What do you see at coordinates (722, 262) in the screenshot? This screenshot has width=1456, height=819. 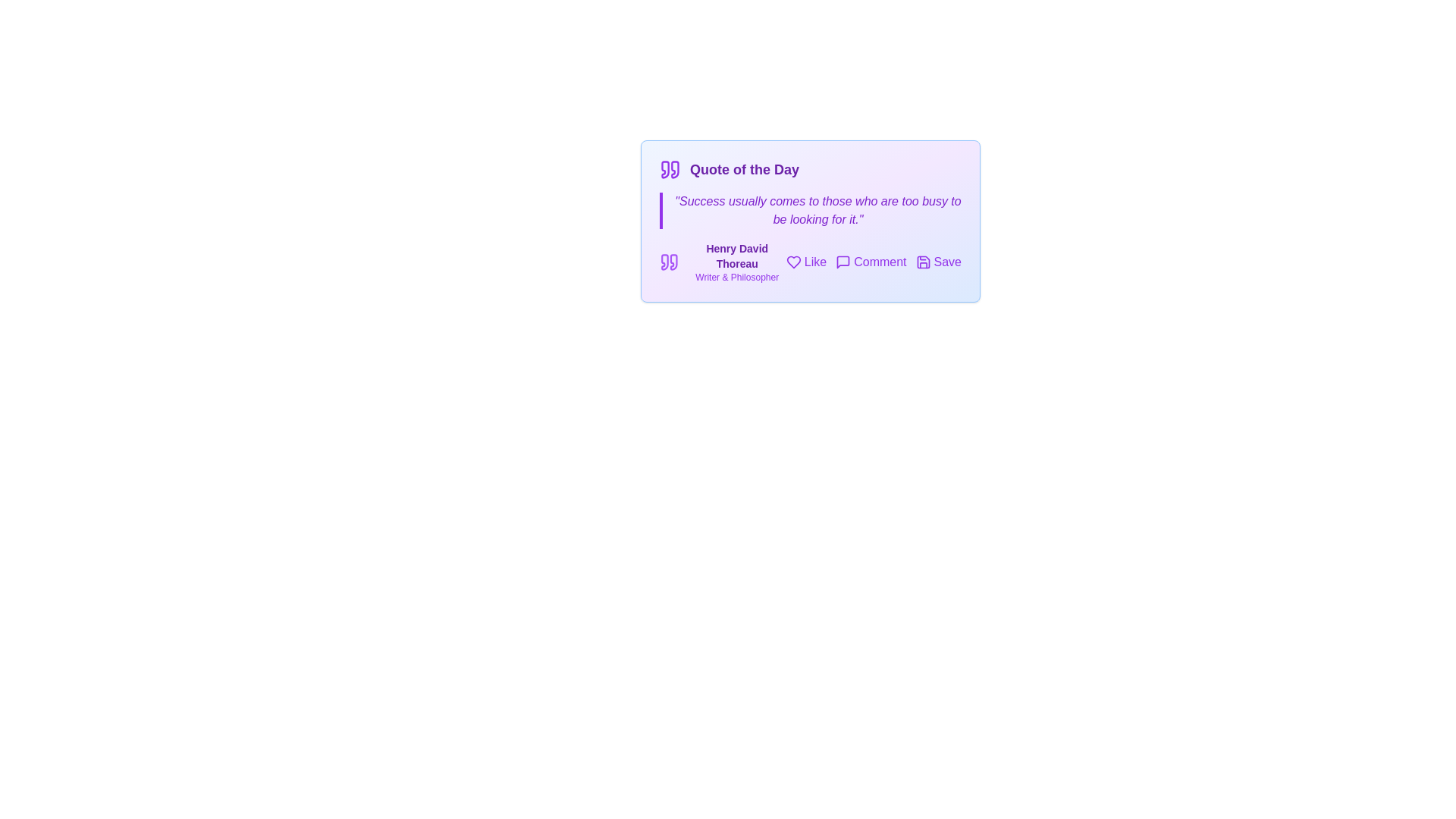 I see `the text block displaying the author or citation source of the quote, located in the lower-left portion of the 'Quote of the Day' card, below the quote text and to the left of the interaction buttons` at bounding box center [722, 262].